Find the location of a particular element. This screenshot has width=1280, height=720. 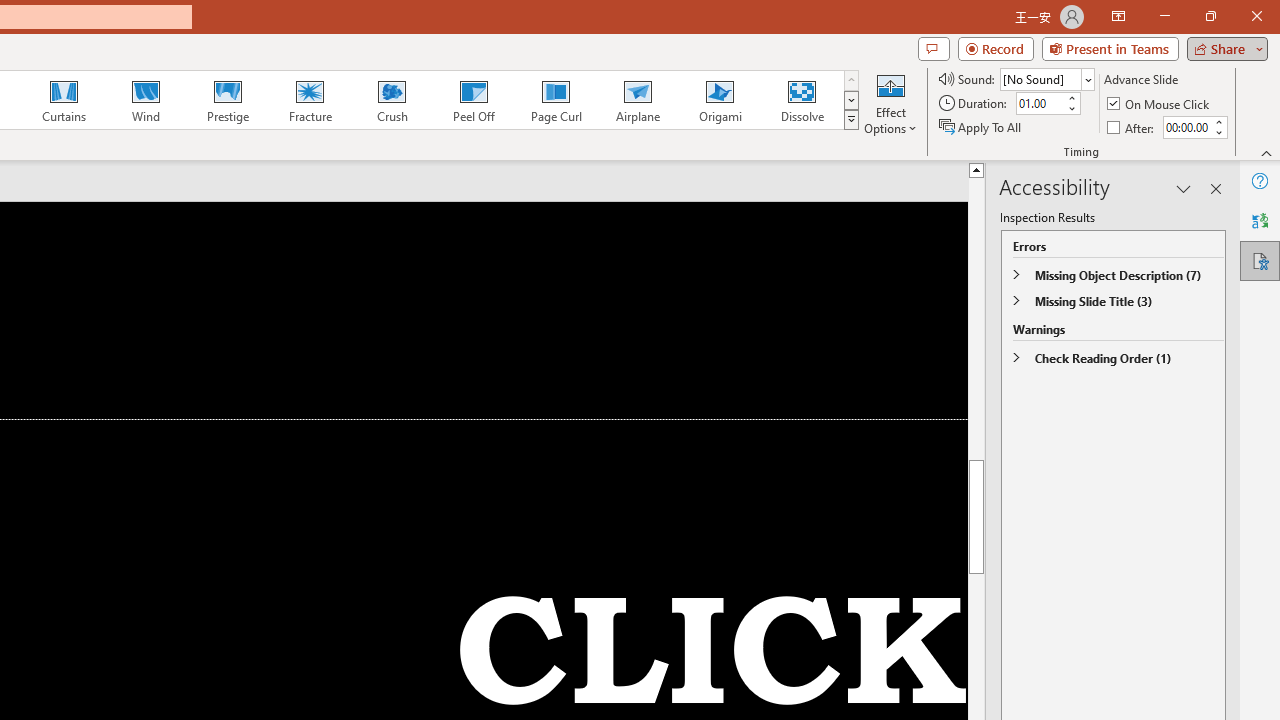

'Duration' is located at coordinates (1040, 103).